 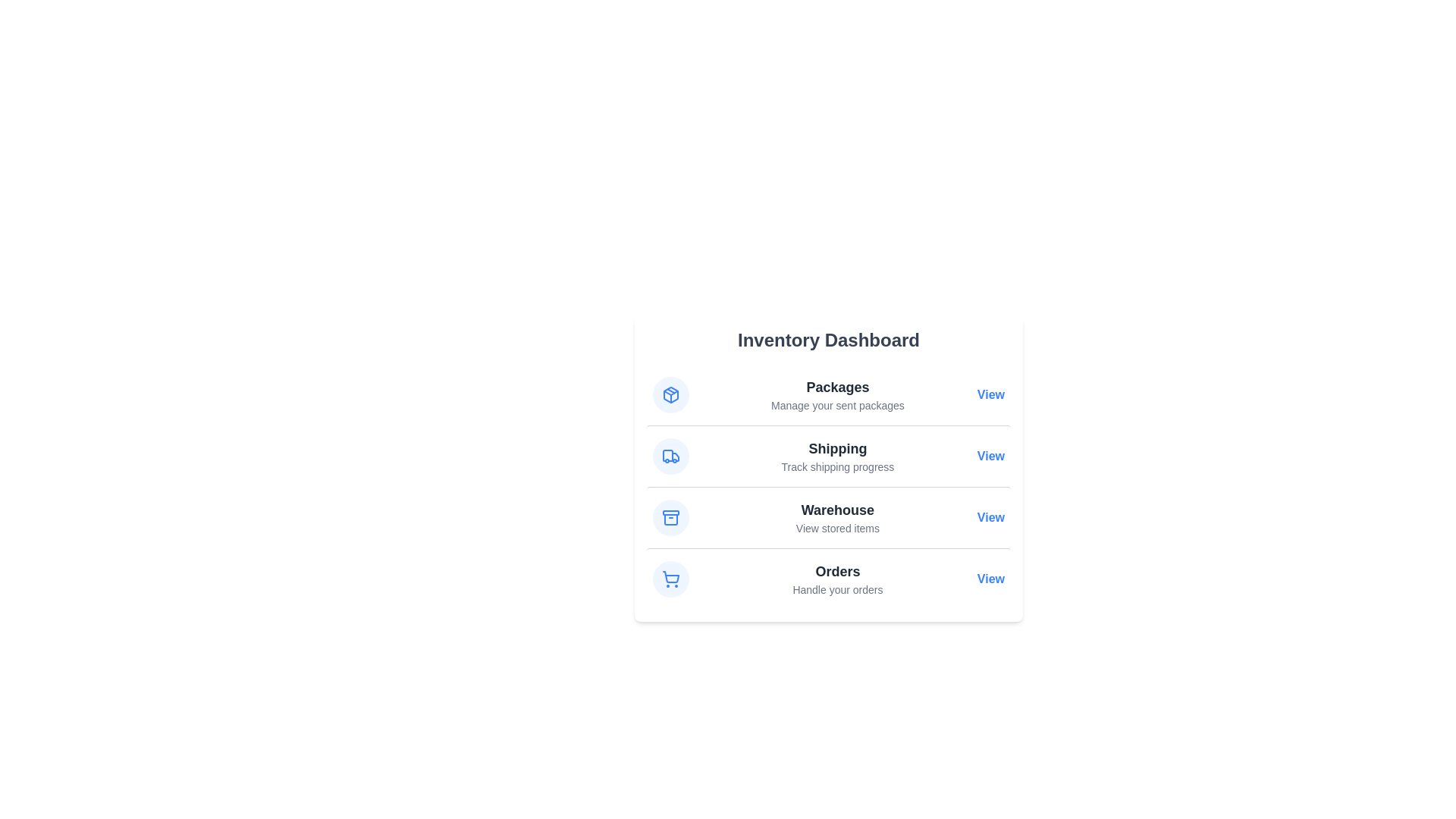 I want to click on the list item corresponding to Orders, so click(x=828, y=579).